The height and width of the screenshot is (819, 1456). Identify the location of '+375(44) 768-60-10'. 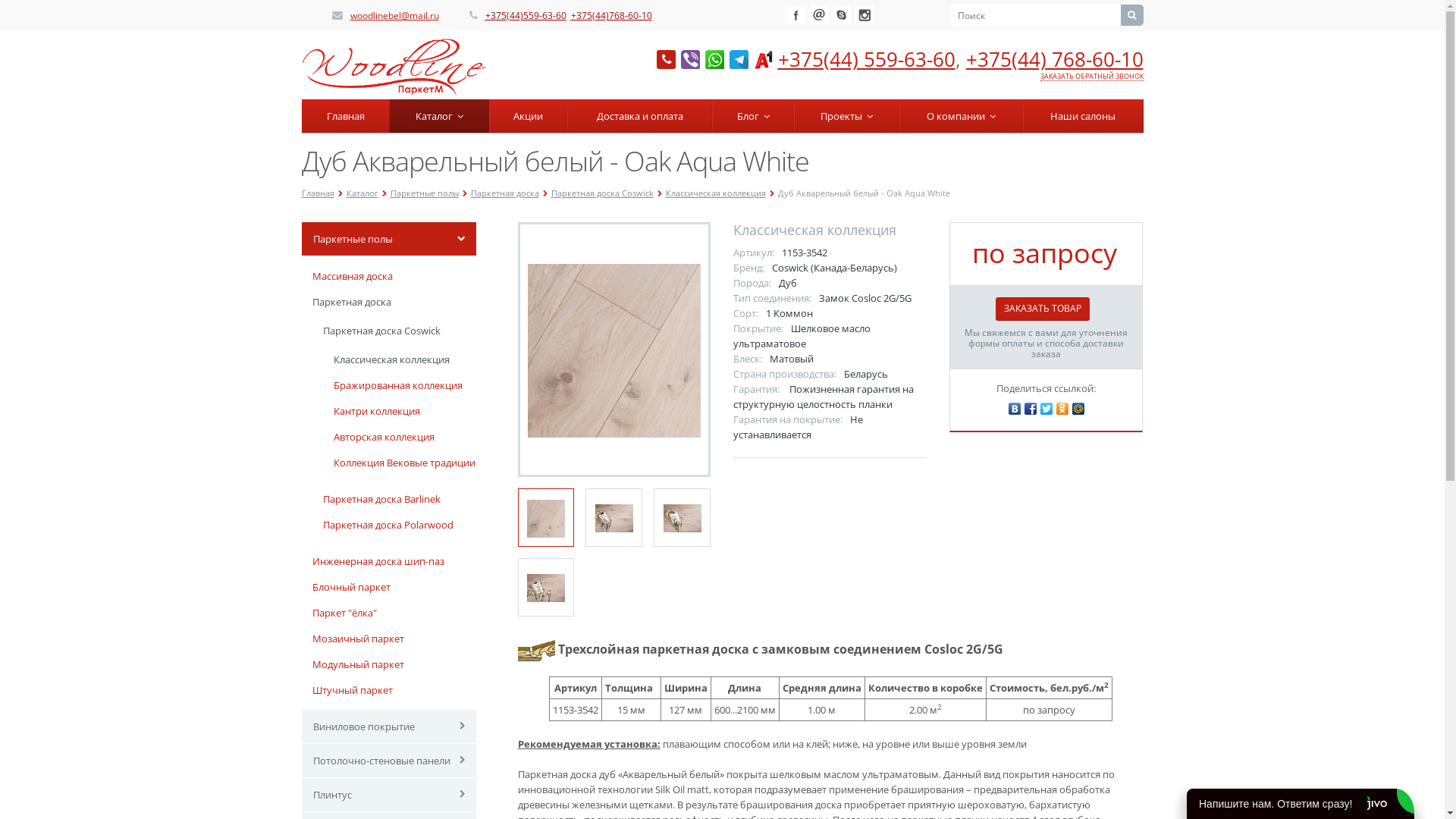
(1054, 58).